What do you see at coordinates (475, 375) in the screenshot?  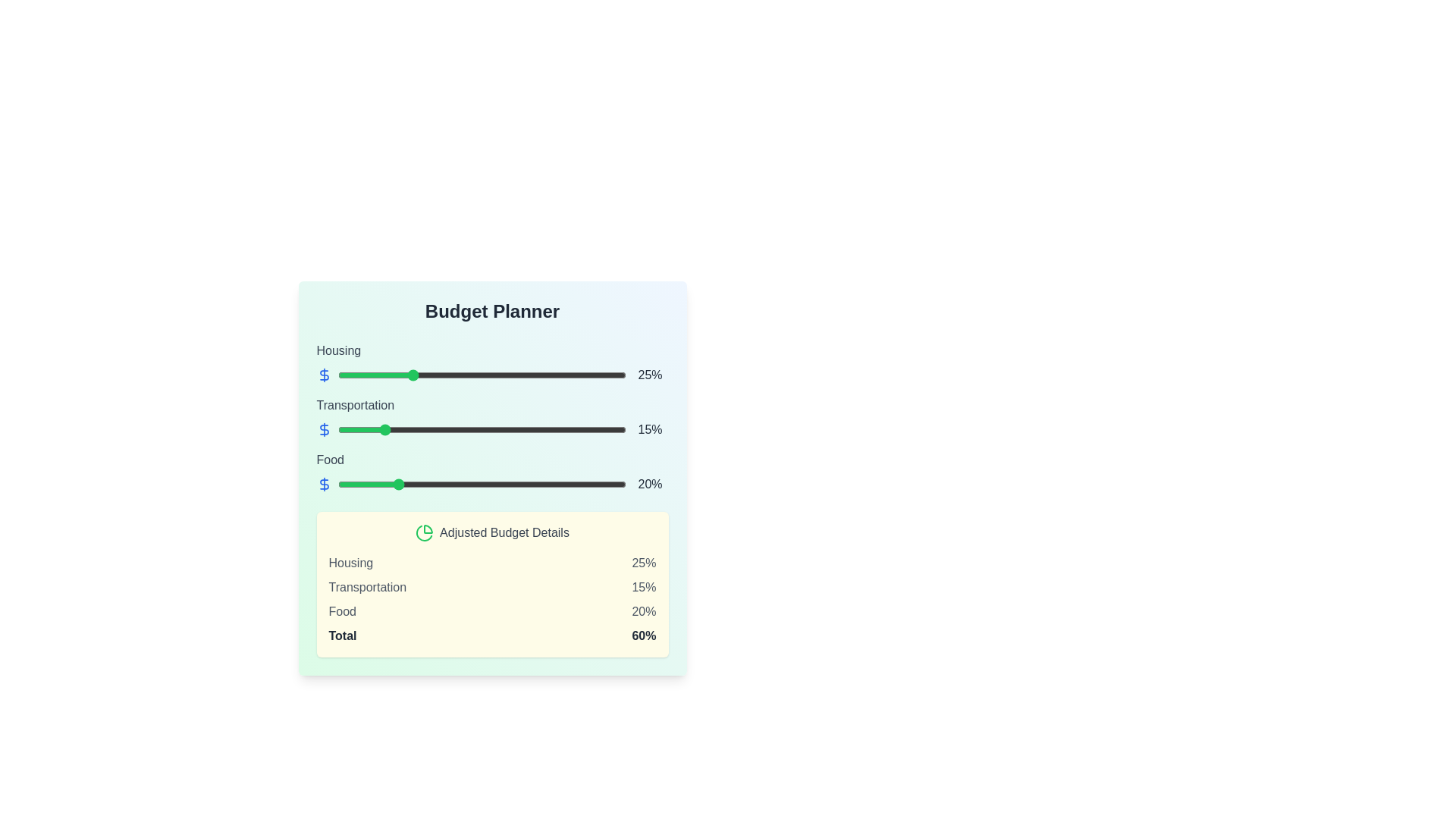 I see `the housing budget slider` at bounding box center [475, 375].